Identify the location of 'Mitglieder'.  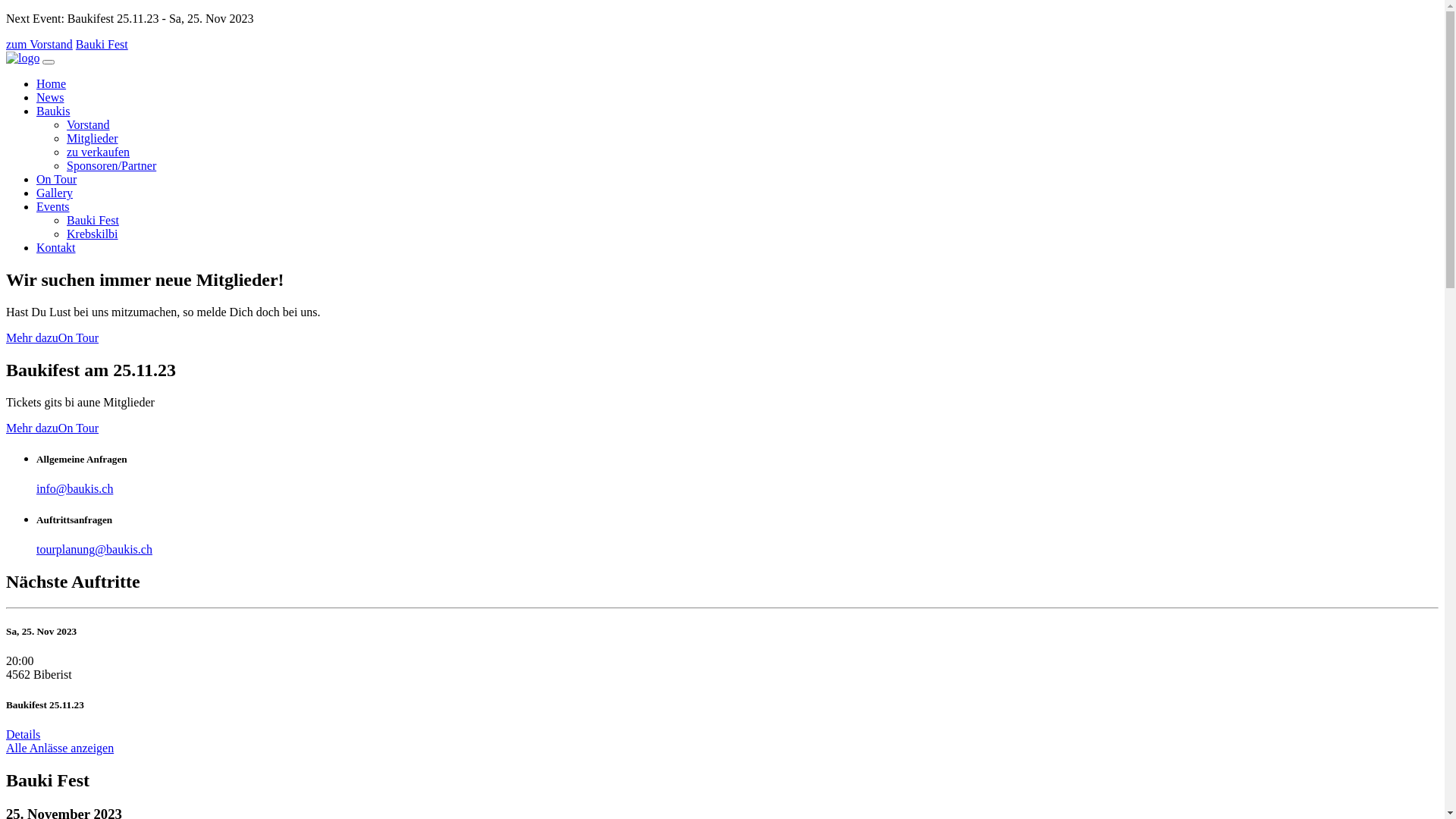
(65, 138).